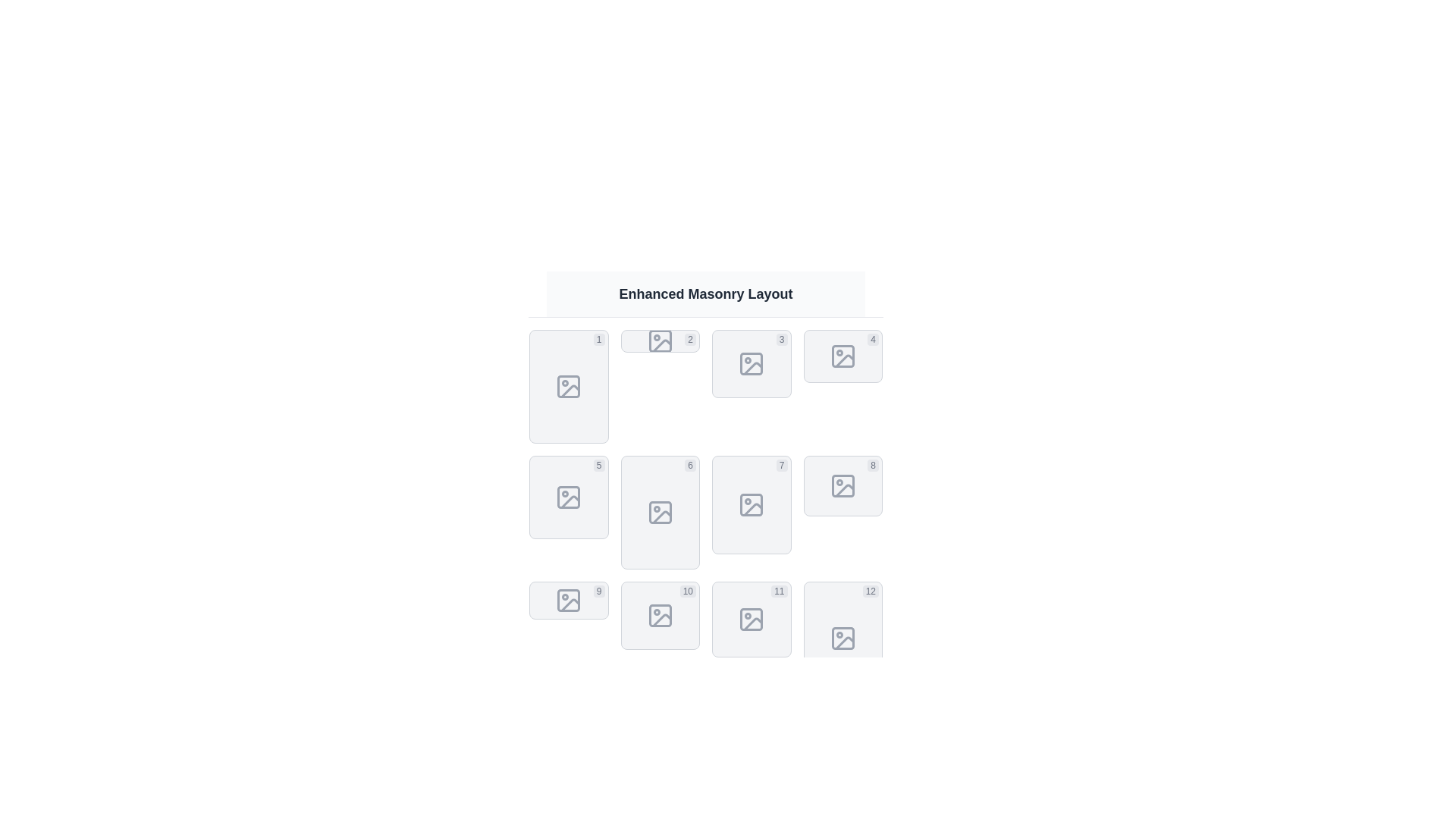 Image resolution: width=1456 pixels, height=819 pixels. What do you see at coordinates (660, 341) in the screenshot?
I see `the second Grid Item in the Enhanced Masonry Layout, which has a light gray background and contains a centered image icon with the number '2' in the top-right corner` at bounding box center [660, 341].